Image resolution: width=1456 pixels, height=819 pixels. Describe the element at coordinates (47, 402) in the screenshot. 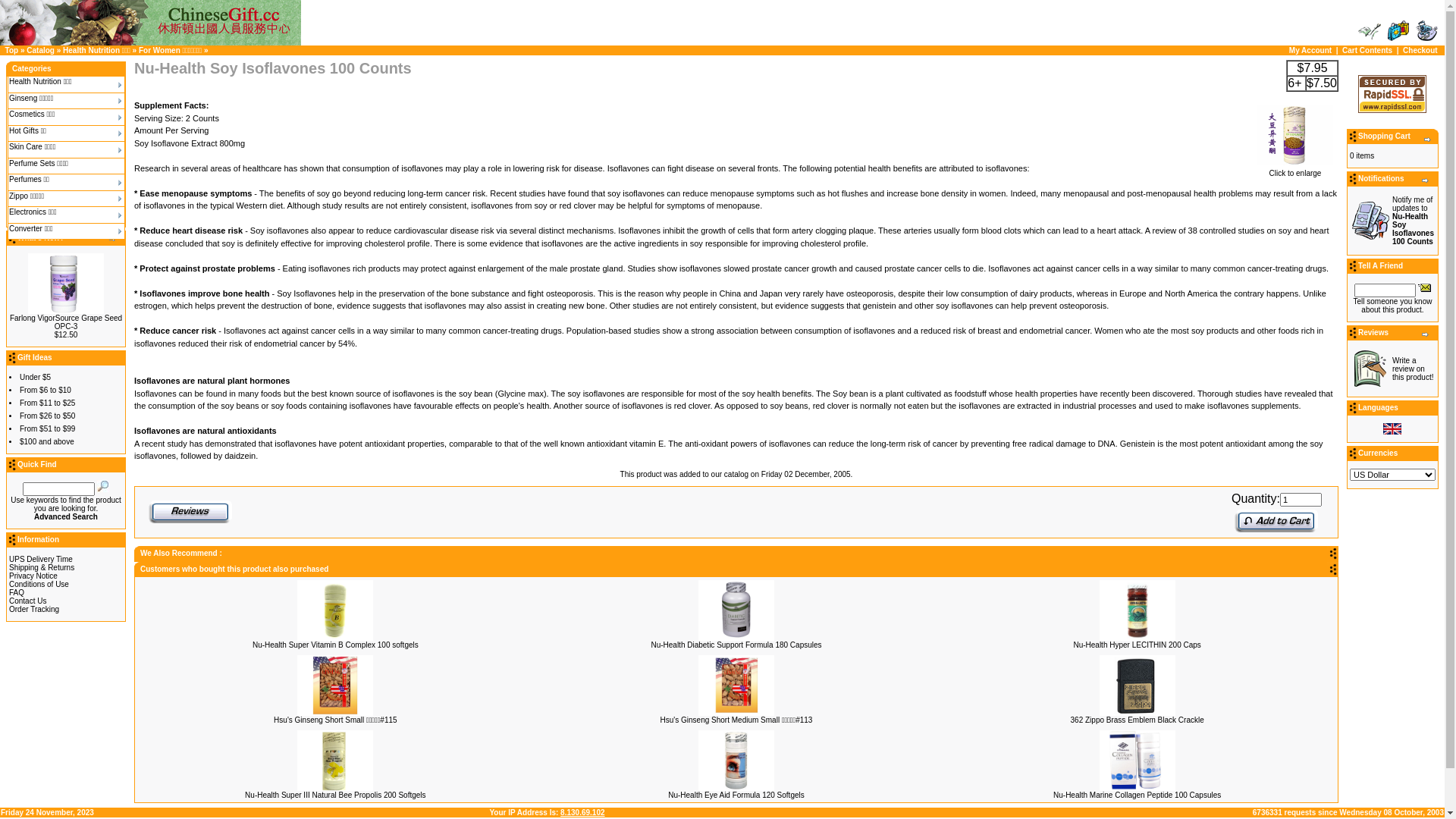

I see `'From $11 to $25'` at that location.